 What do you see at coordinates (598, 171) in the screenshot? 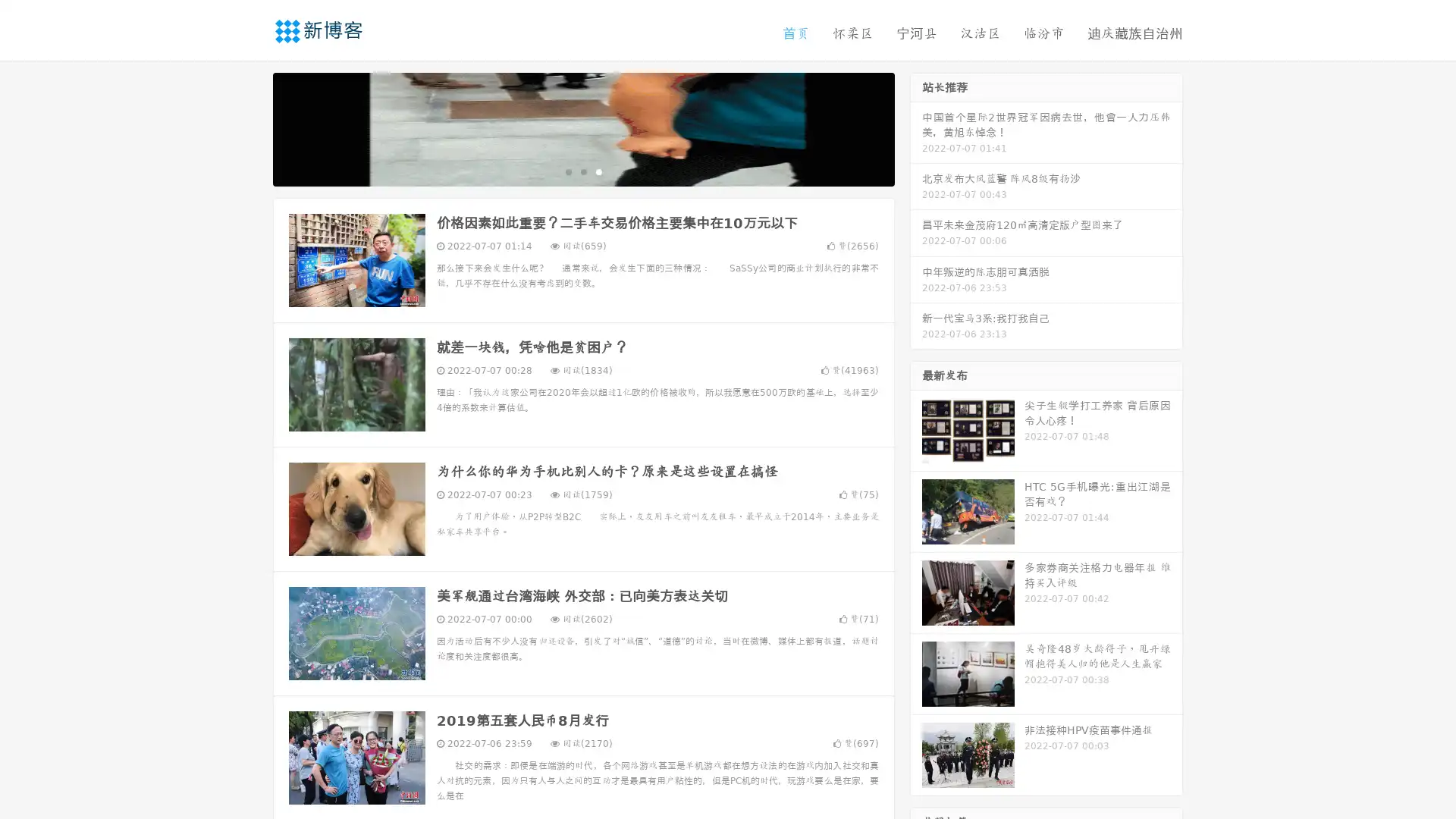
I see `Go to slide 3` at bounding box center [598, 171].